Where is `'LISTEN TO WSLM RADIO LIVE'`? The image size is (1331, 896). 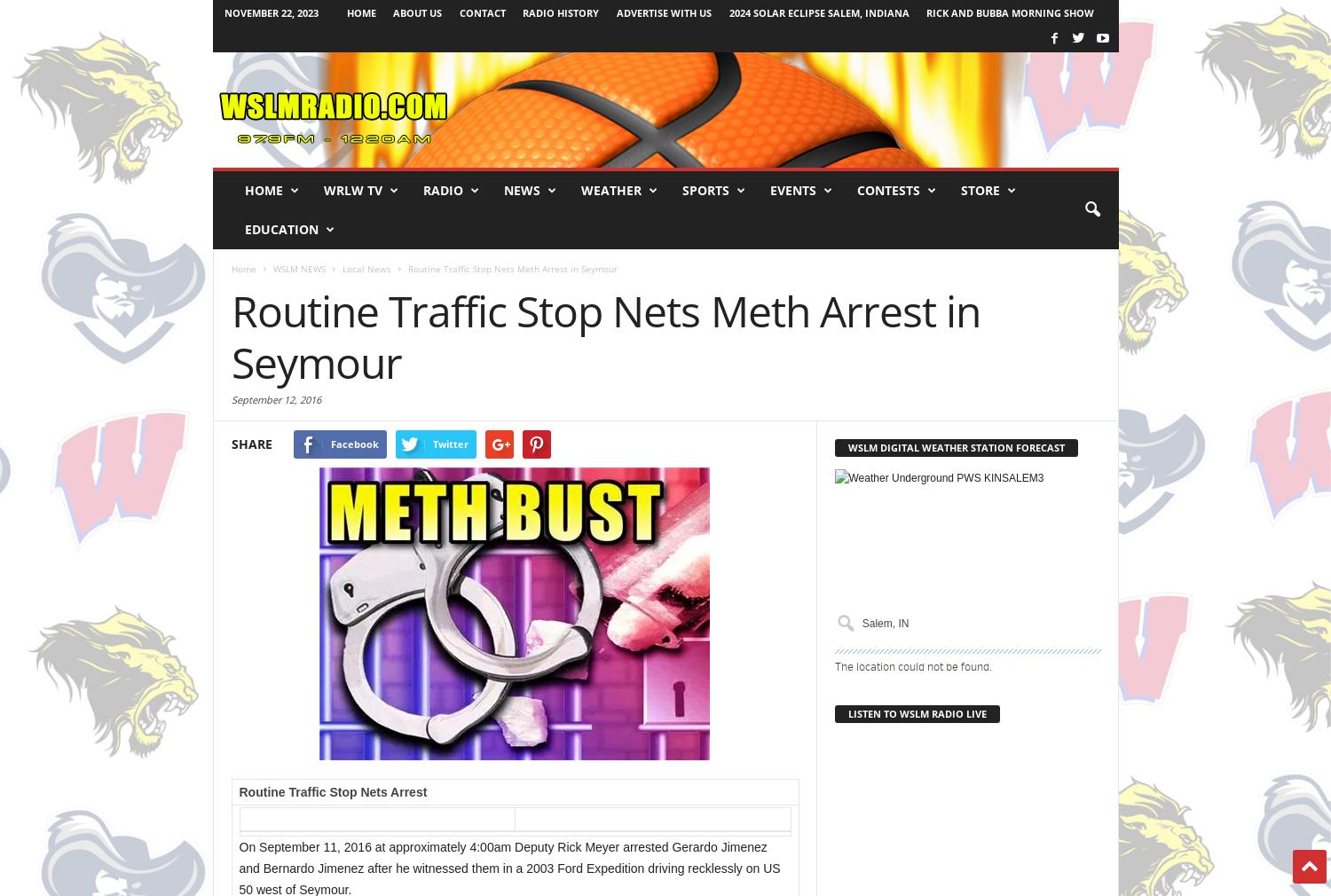 'LISTEN TO WSLM RADIO LIVE' is located at coordinates (917, 713).